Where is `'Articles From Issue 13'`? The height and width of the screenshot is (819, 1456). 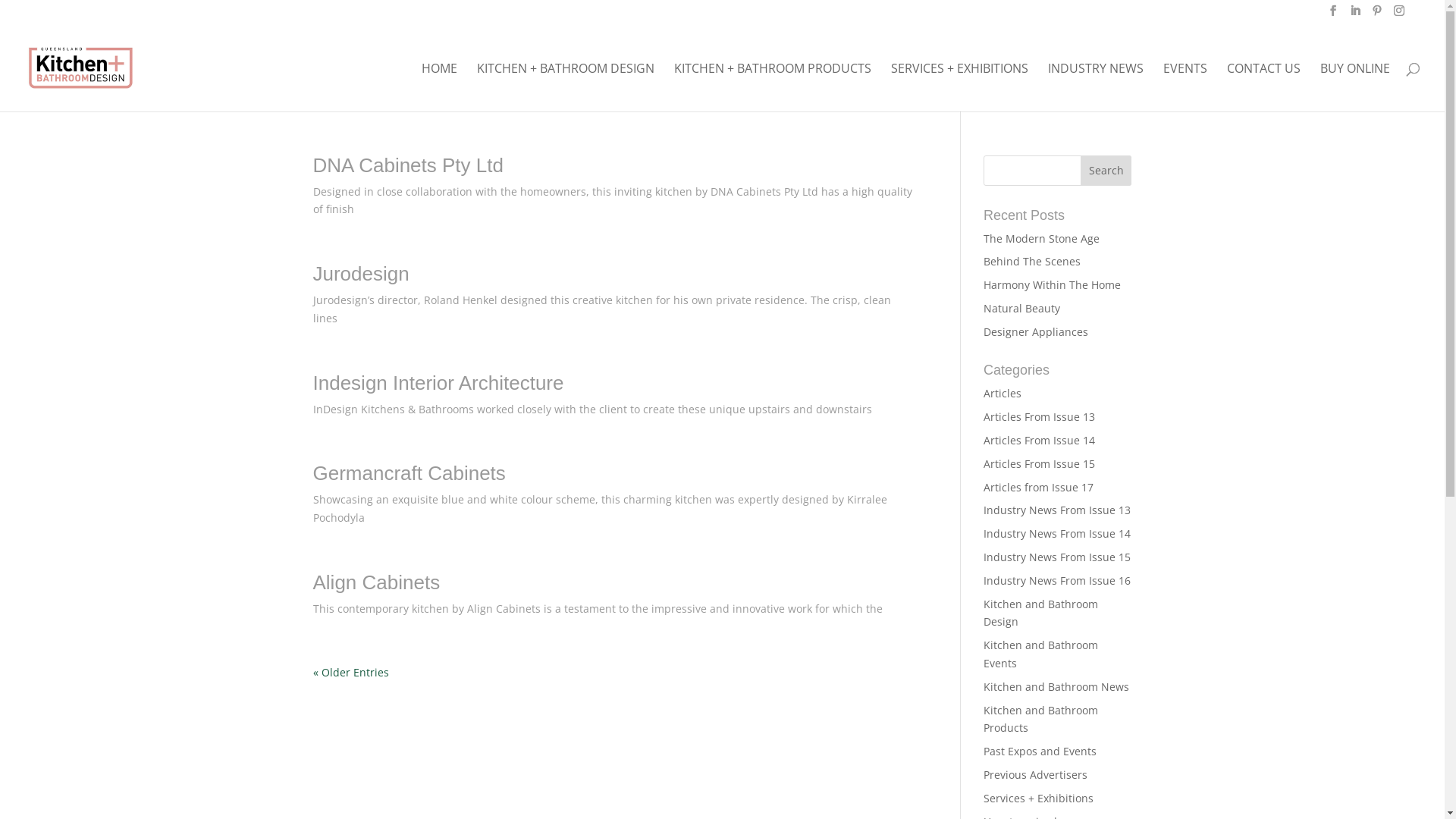
'Articles From Issue 13' is located at coordinates (1038, 416).